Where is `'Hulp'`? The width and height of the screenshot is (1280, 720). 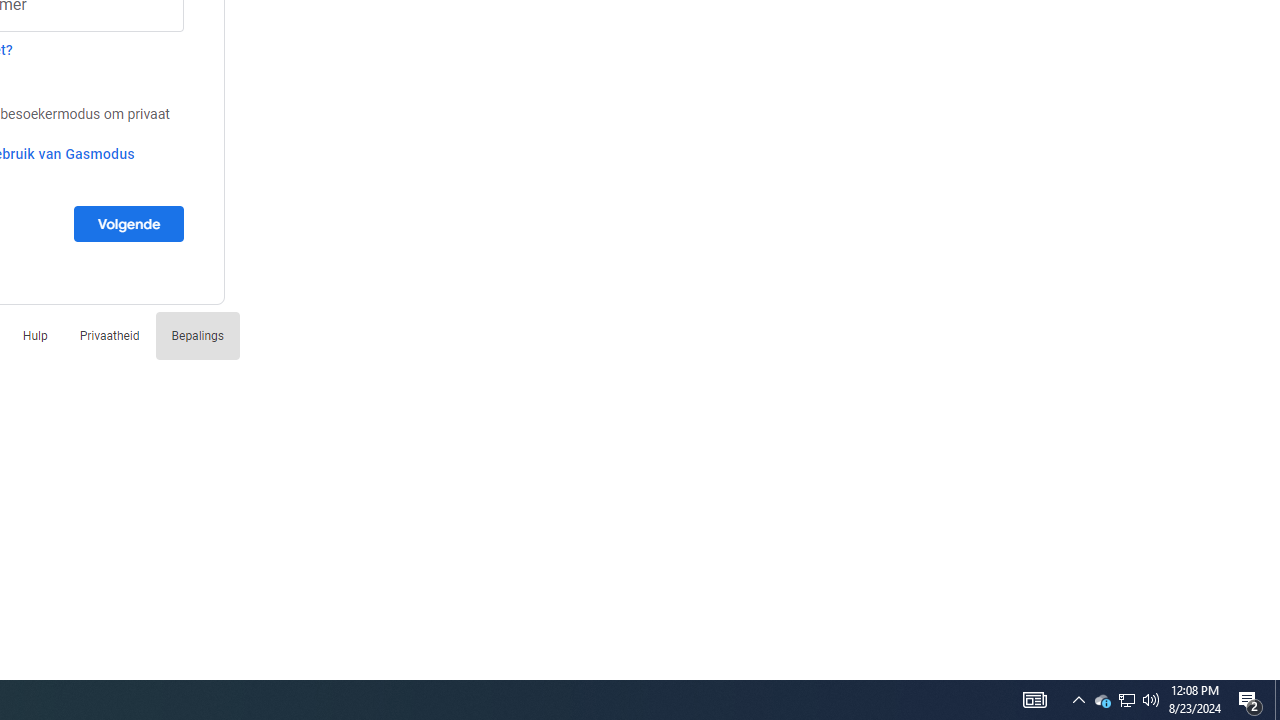 'Hulp' is located at coordinates (35, 334).